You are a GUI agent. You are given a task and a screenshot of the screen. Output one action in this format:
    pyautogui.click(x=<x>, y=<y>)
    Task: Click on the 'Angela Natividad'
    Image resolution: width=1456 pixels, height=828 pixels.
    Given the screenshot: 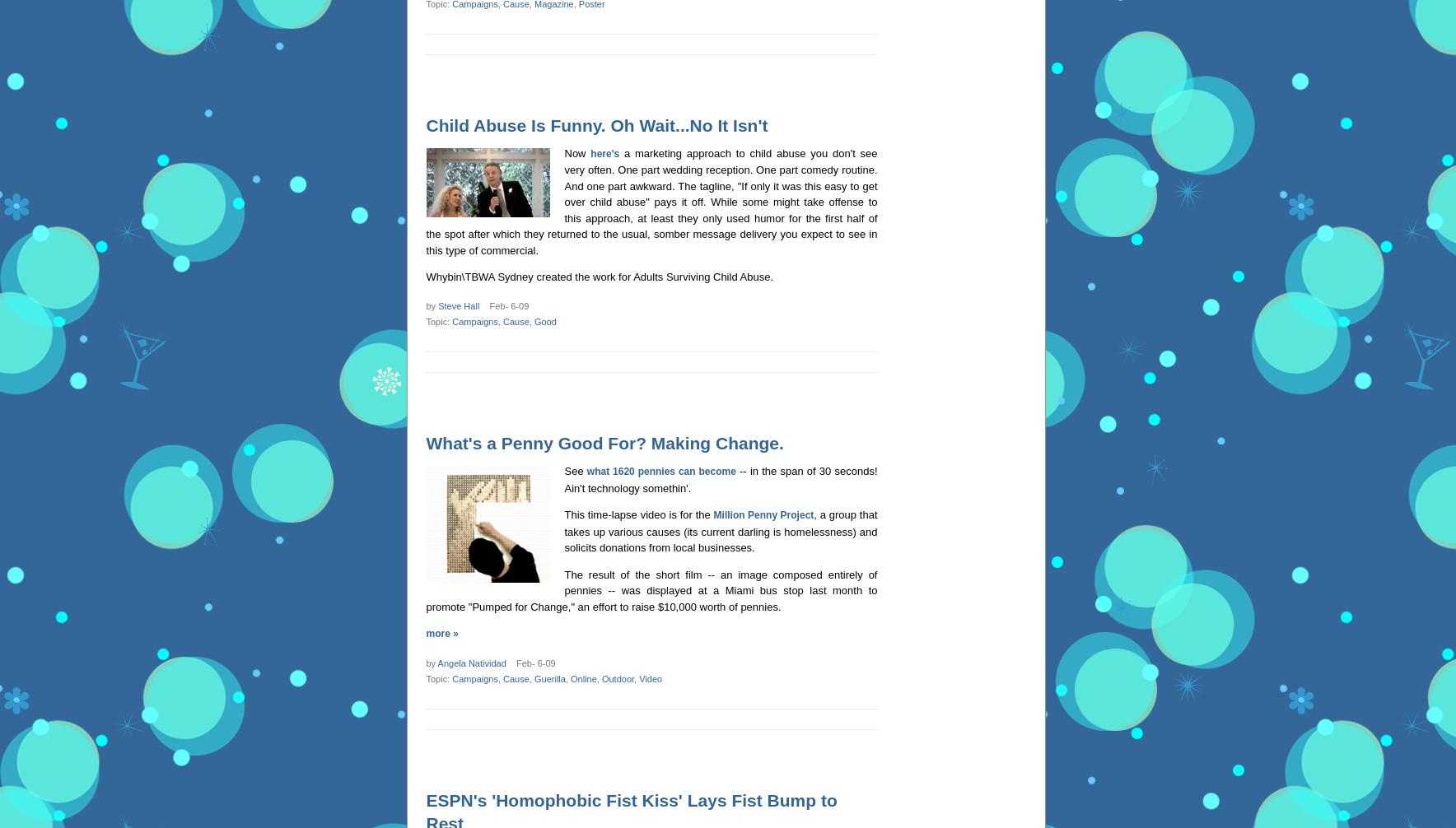 What is the action you would take?
    pyautogui.click(x=470, y=662)
    